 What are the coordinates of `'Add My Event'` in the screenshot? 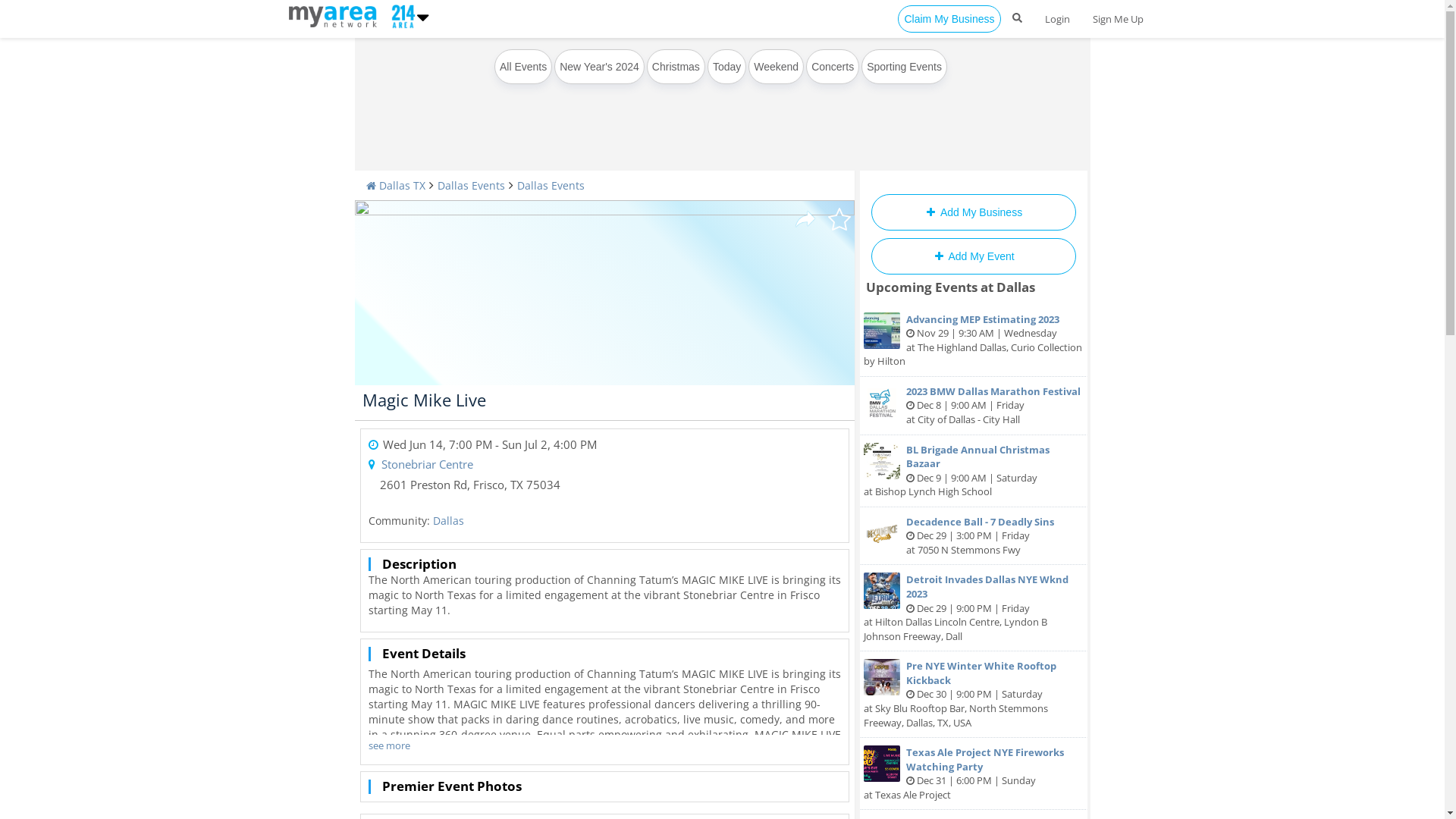 It's located at (972, 256).